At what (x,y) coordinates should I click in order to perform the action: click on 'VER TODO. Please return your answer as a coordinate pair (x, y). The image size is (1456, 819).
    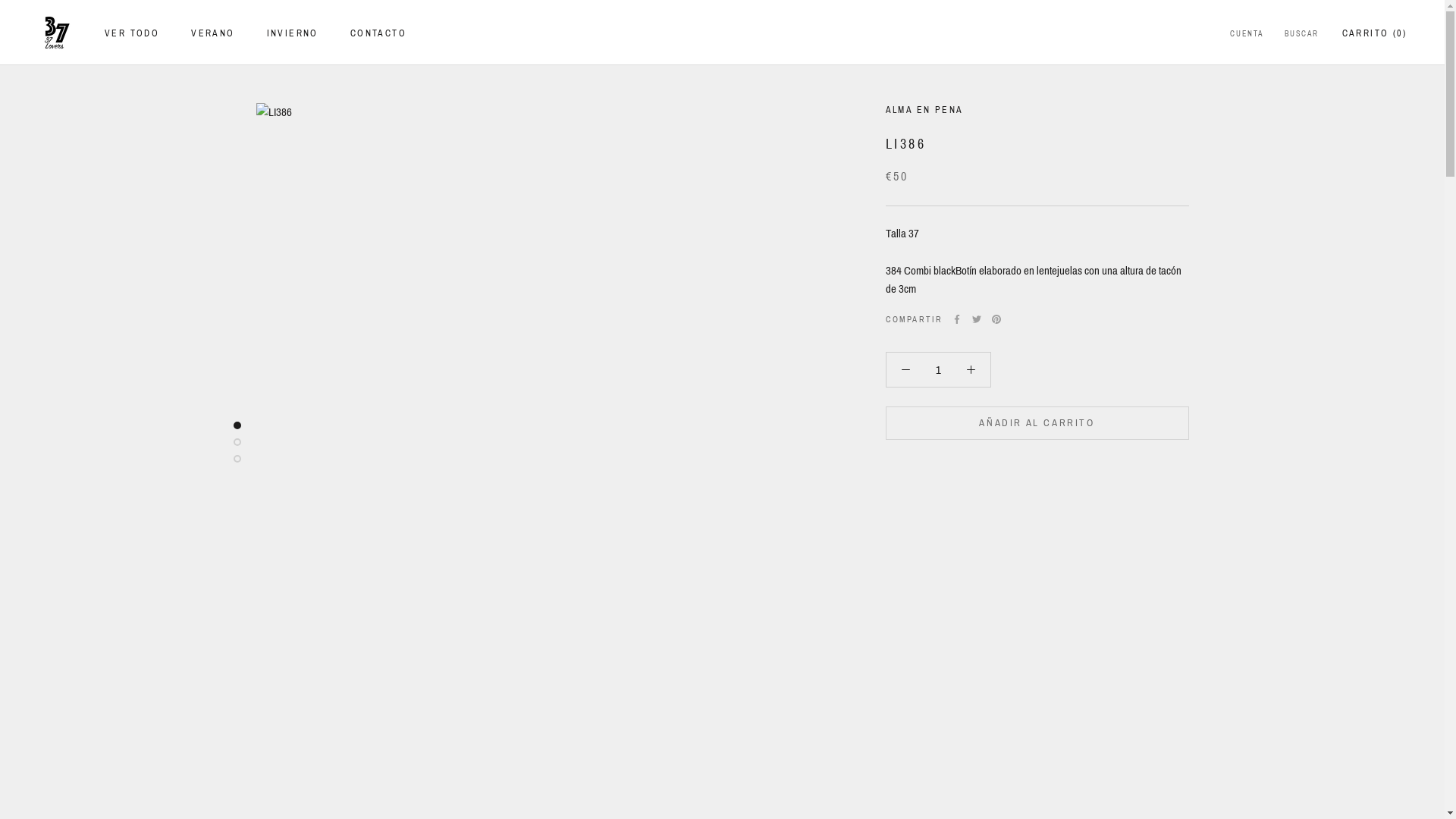
    Looking at the image, I should click on (131, 33).